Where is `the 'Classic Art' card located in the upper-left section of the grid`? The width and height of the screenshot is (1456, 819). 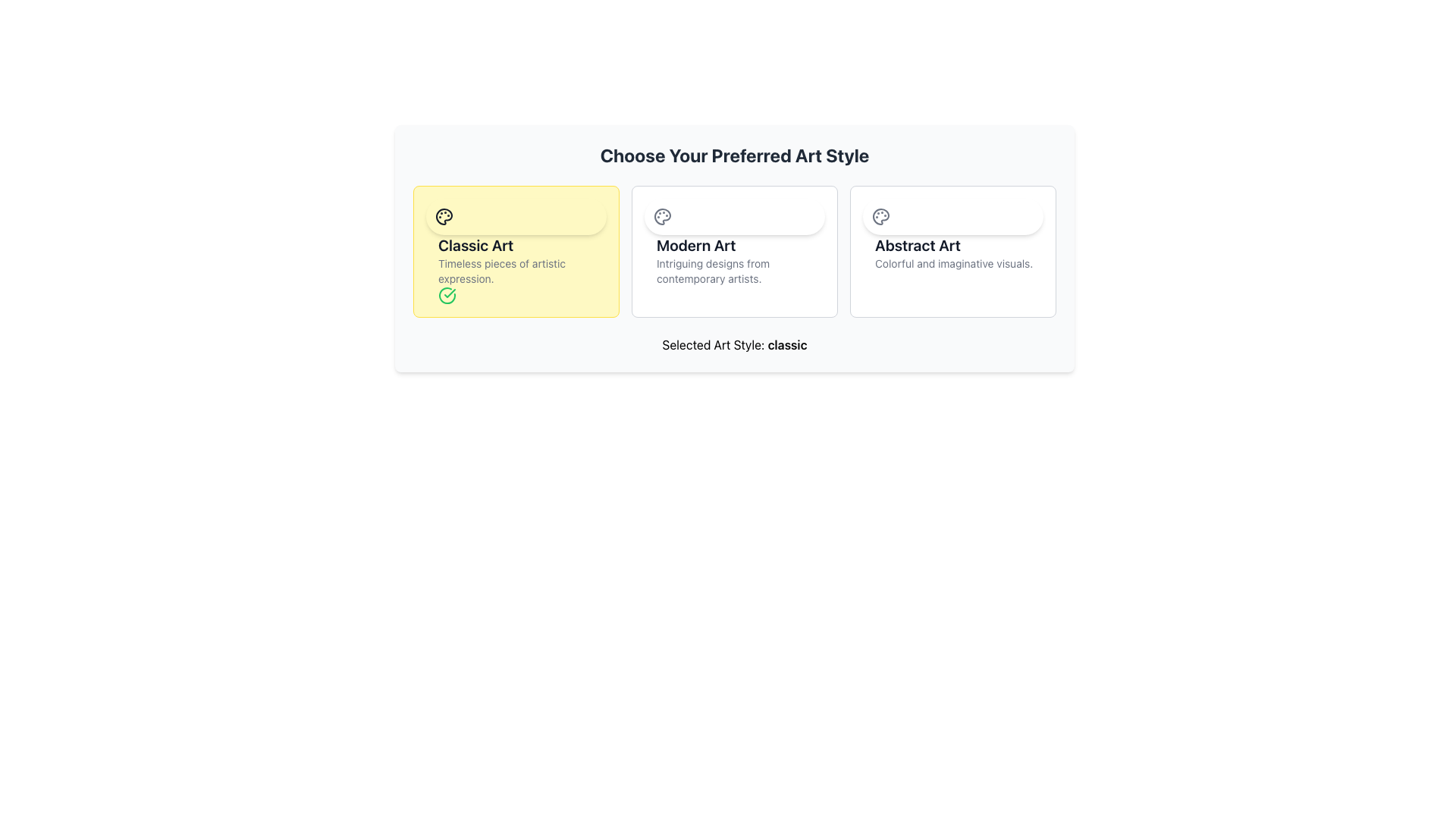 the 'Classic Art' card located in the upper-left section of the grid is located at coordinates (516, 250).